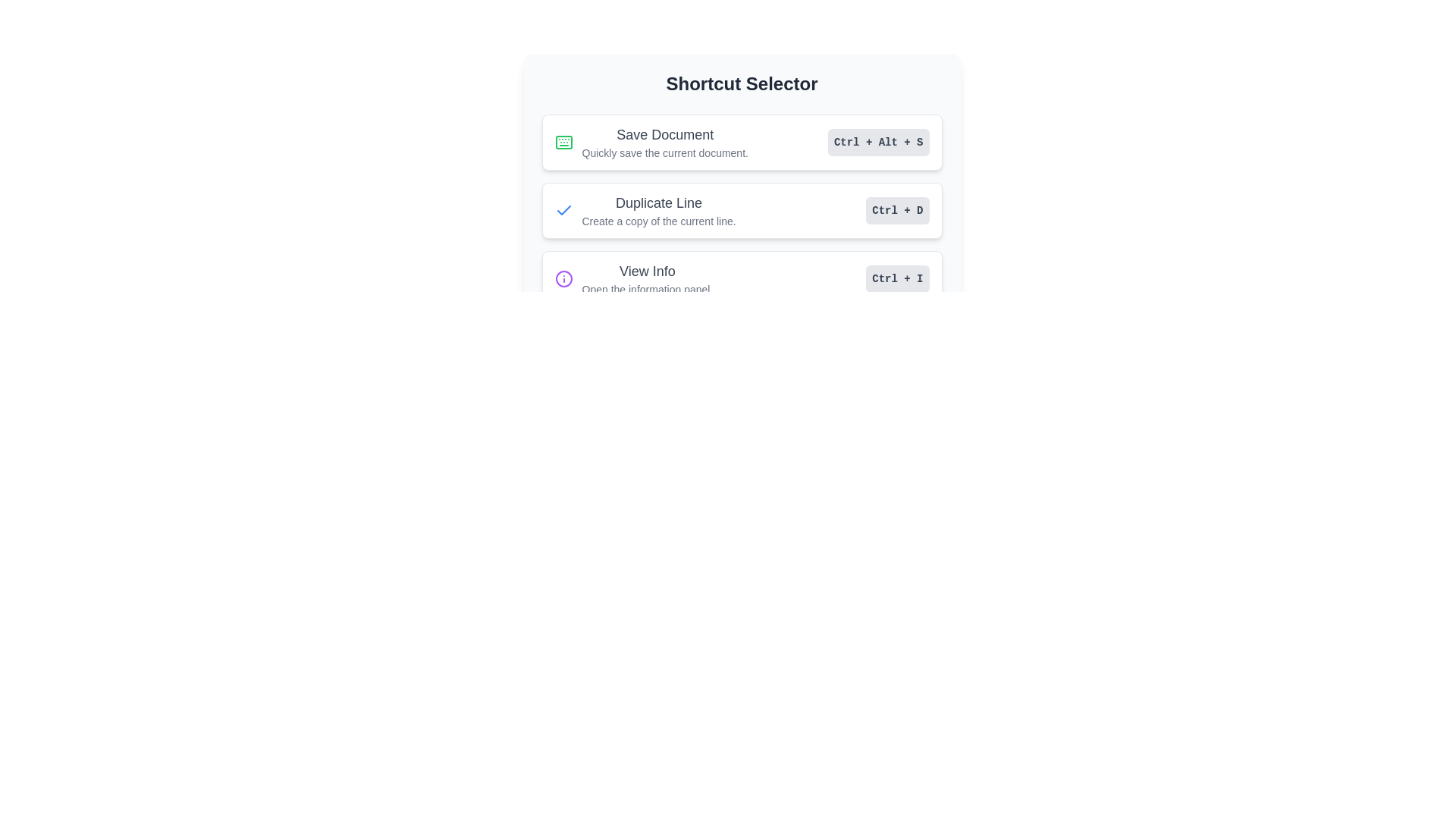 The width and height of the screenshot is (1456, 819). Describe the element at coordinates (563, 278) in the screenshot. I see `the circular icon of the 'View Info' button, located below the 'Duplicate Line' option` at that location.